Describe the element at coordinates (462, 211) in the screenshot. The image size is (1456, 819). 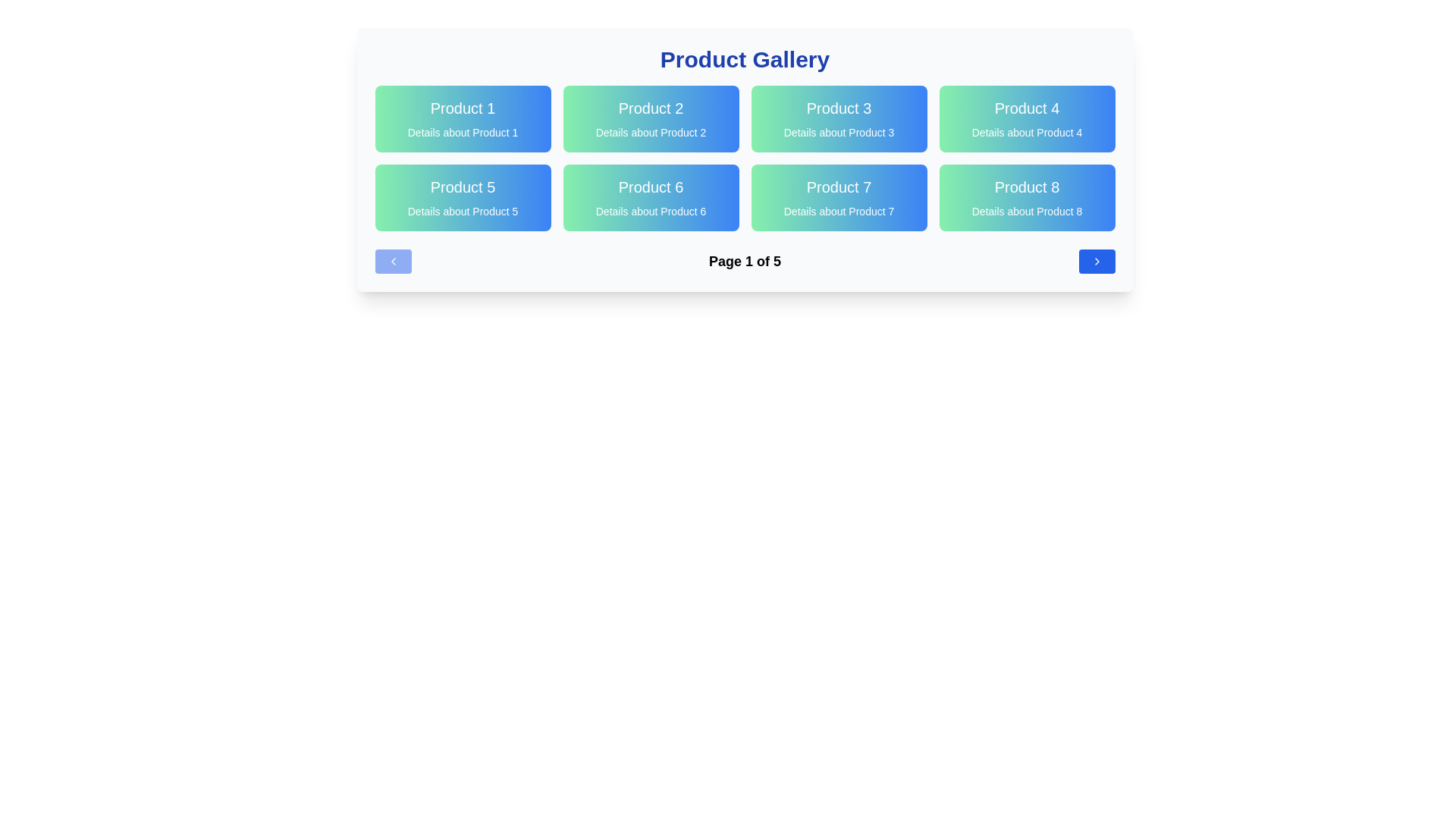
I see `the descriptive subtitle label providing additional information about 'Product 5', located below the title in the second row's first card of the product grid` at that location.